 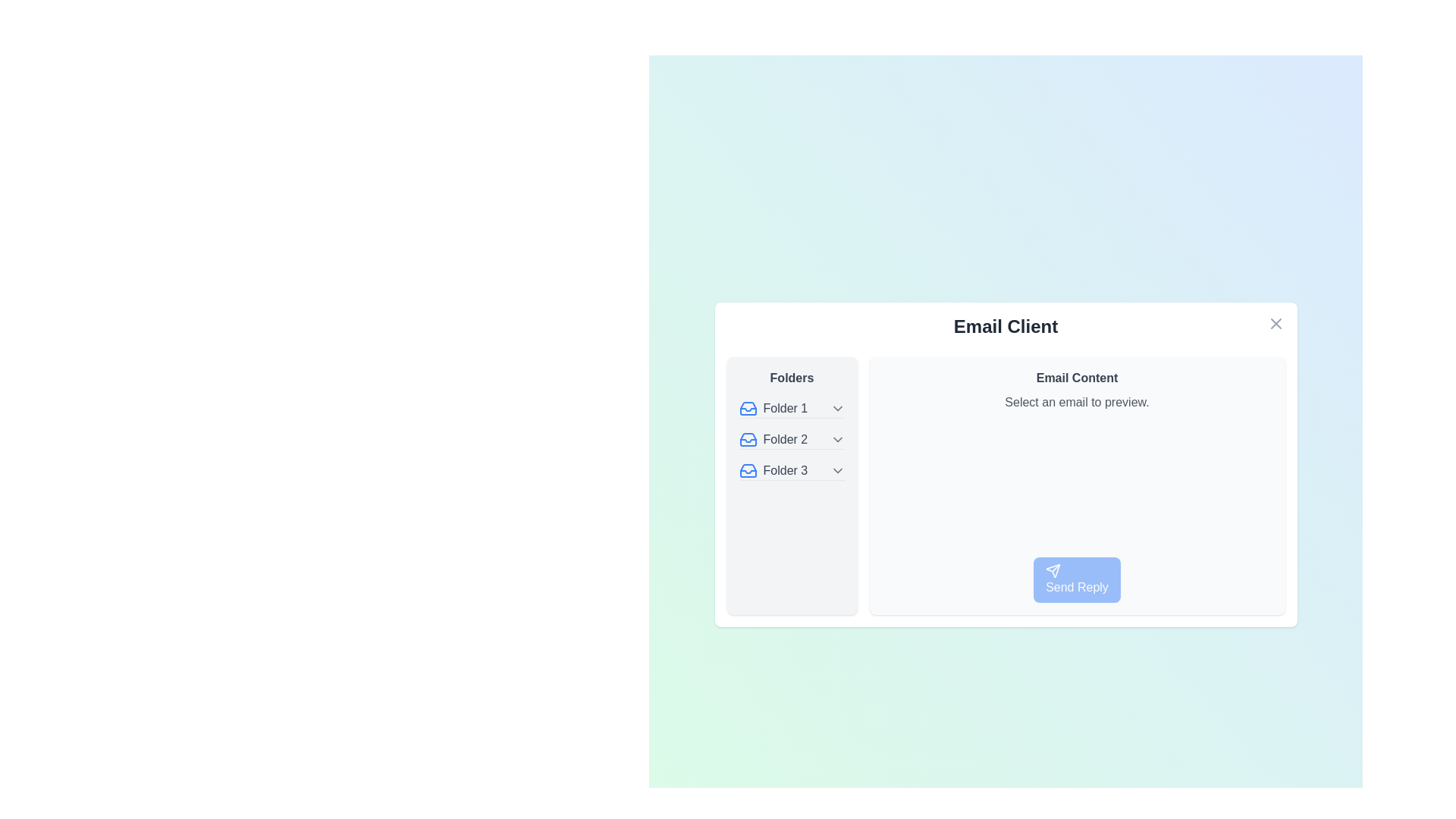 I want to click on the stylized inbox icon located in the second item of the 'Folders' list, adjacent to the label 'Folder 2.', so click(x=748, y=439).